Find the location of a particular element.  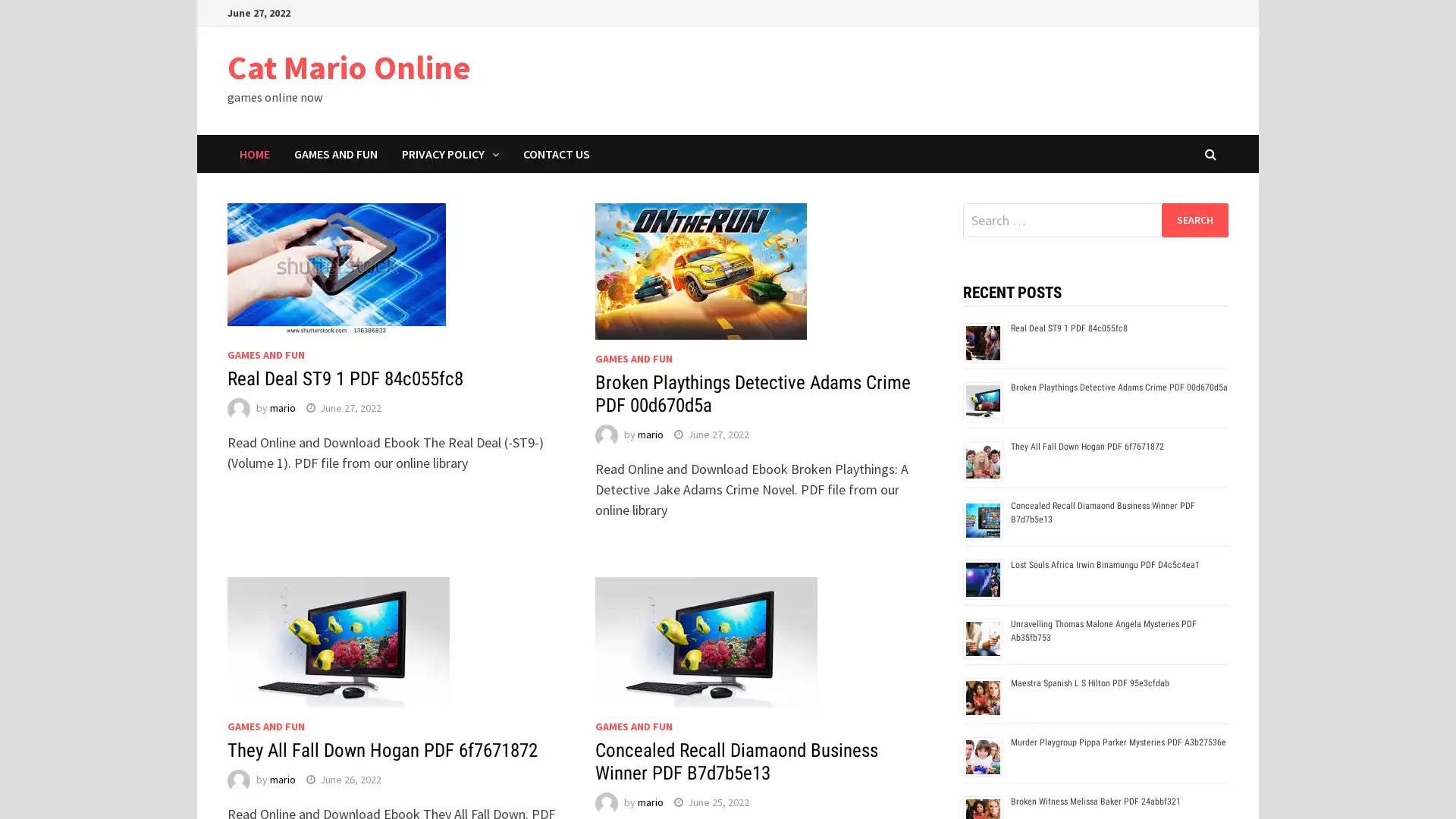

Search is located at coordinates (1194, 219).